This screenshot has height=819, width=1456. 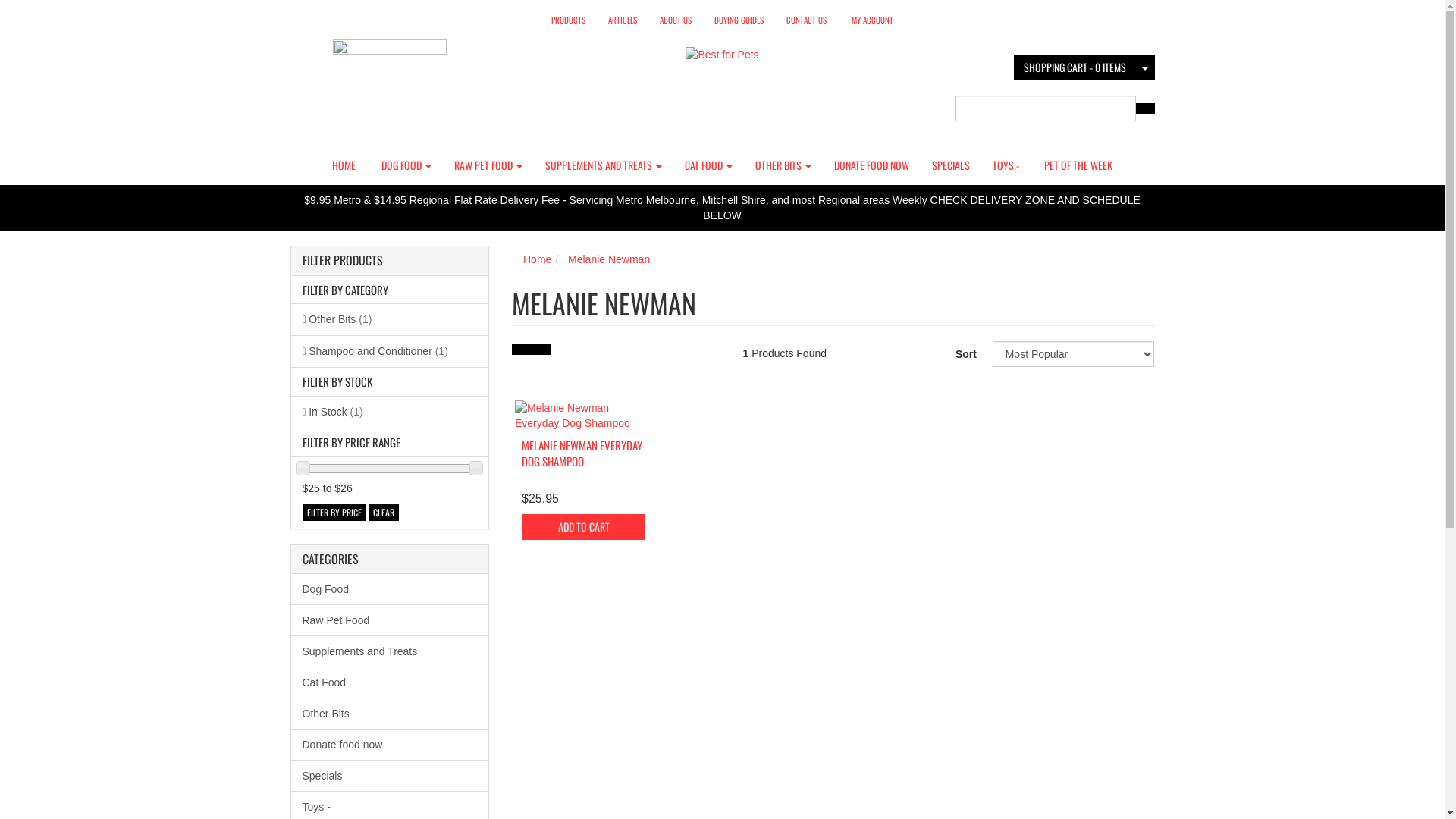 I want to click on 'Other Bits (1)', so click(x=390, y=318).